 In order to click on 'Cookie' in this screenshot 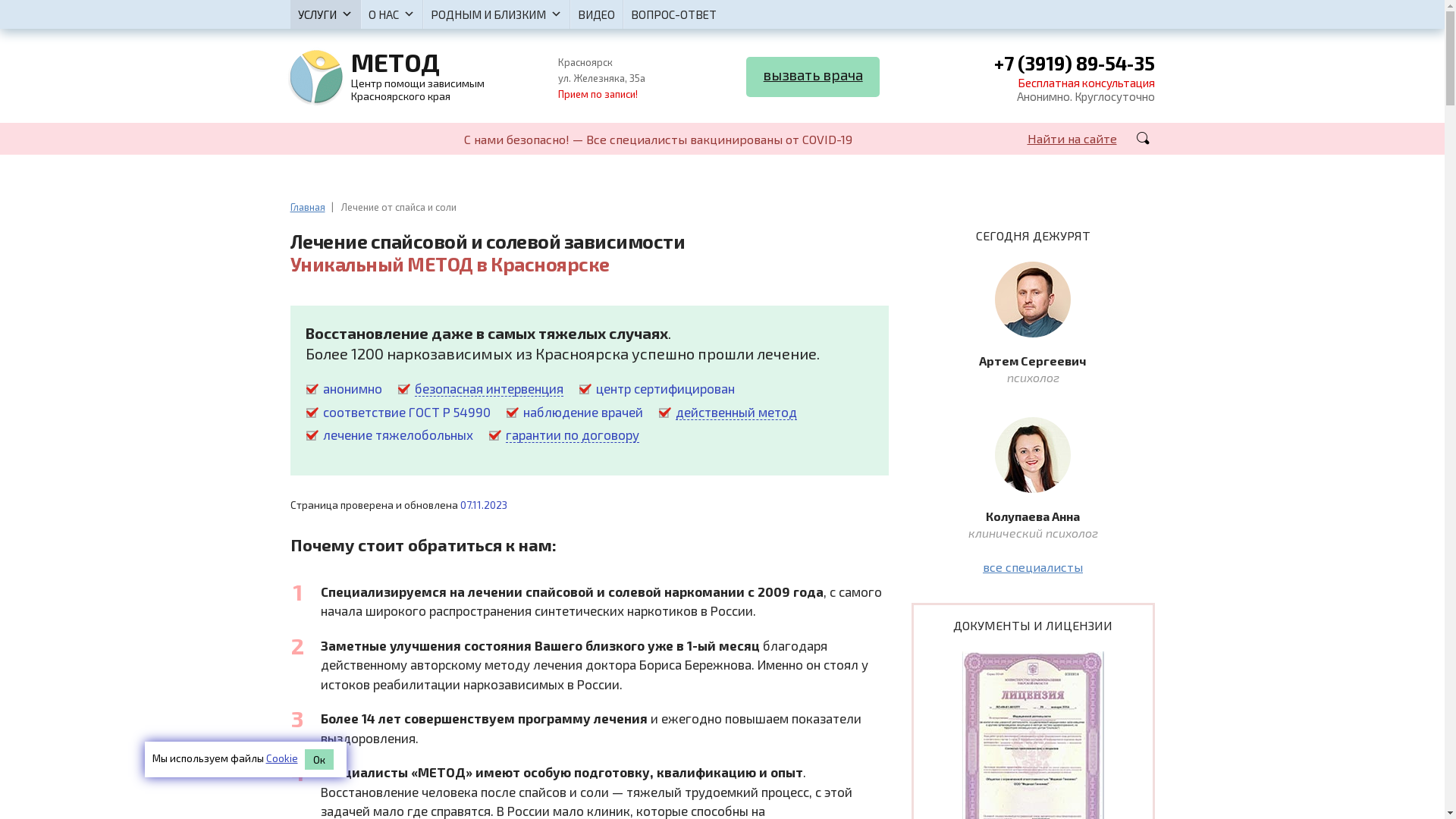, I will do `click(281, 758)`.